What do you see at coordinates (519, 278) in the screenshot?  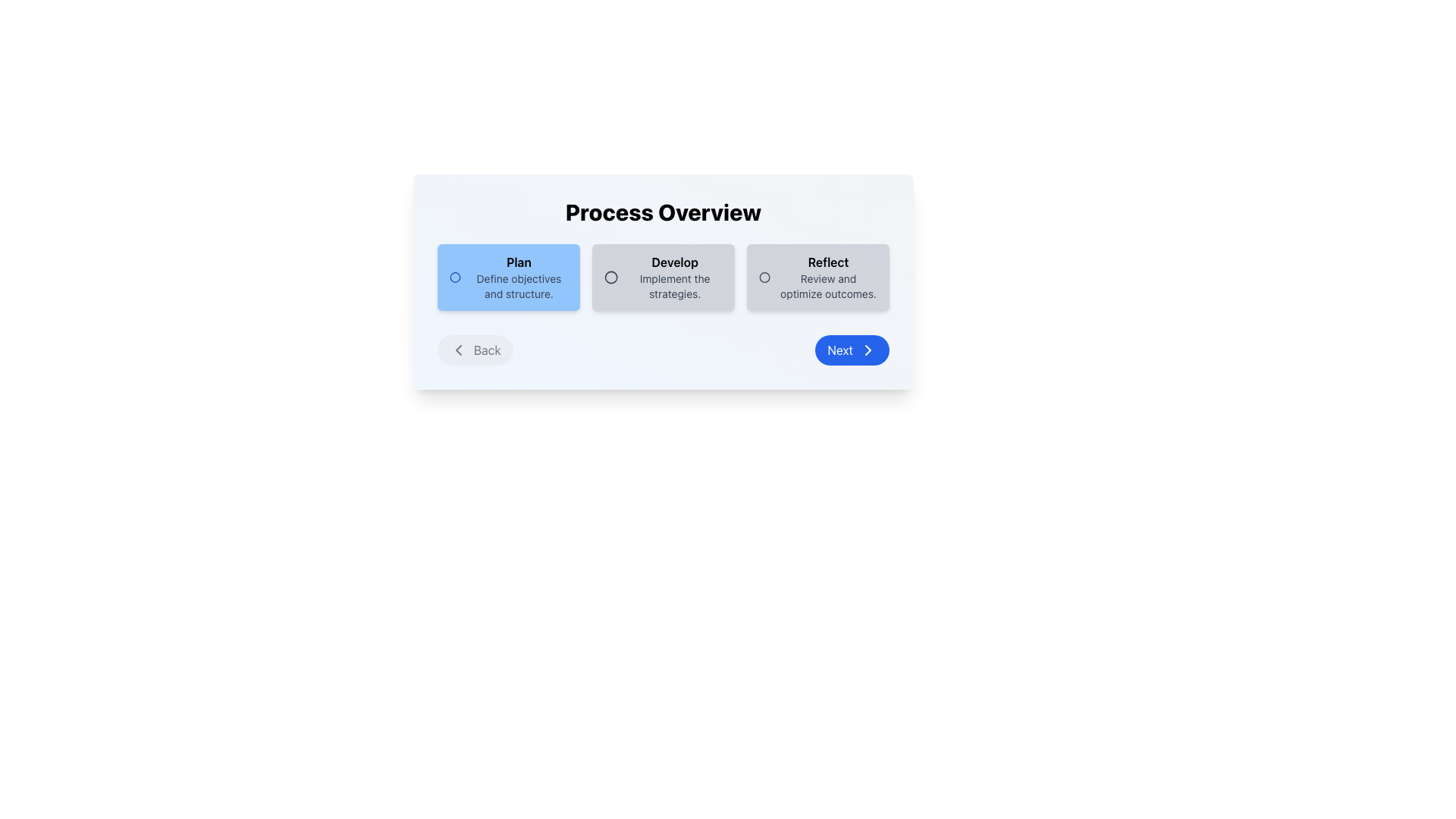 I see `the Text Block containing the word 'Plan' in bold, which is centrally located in the first column of a three-column layout` at bounding box center [519, 278].